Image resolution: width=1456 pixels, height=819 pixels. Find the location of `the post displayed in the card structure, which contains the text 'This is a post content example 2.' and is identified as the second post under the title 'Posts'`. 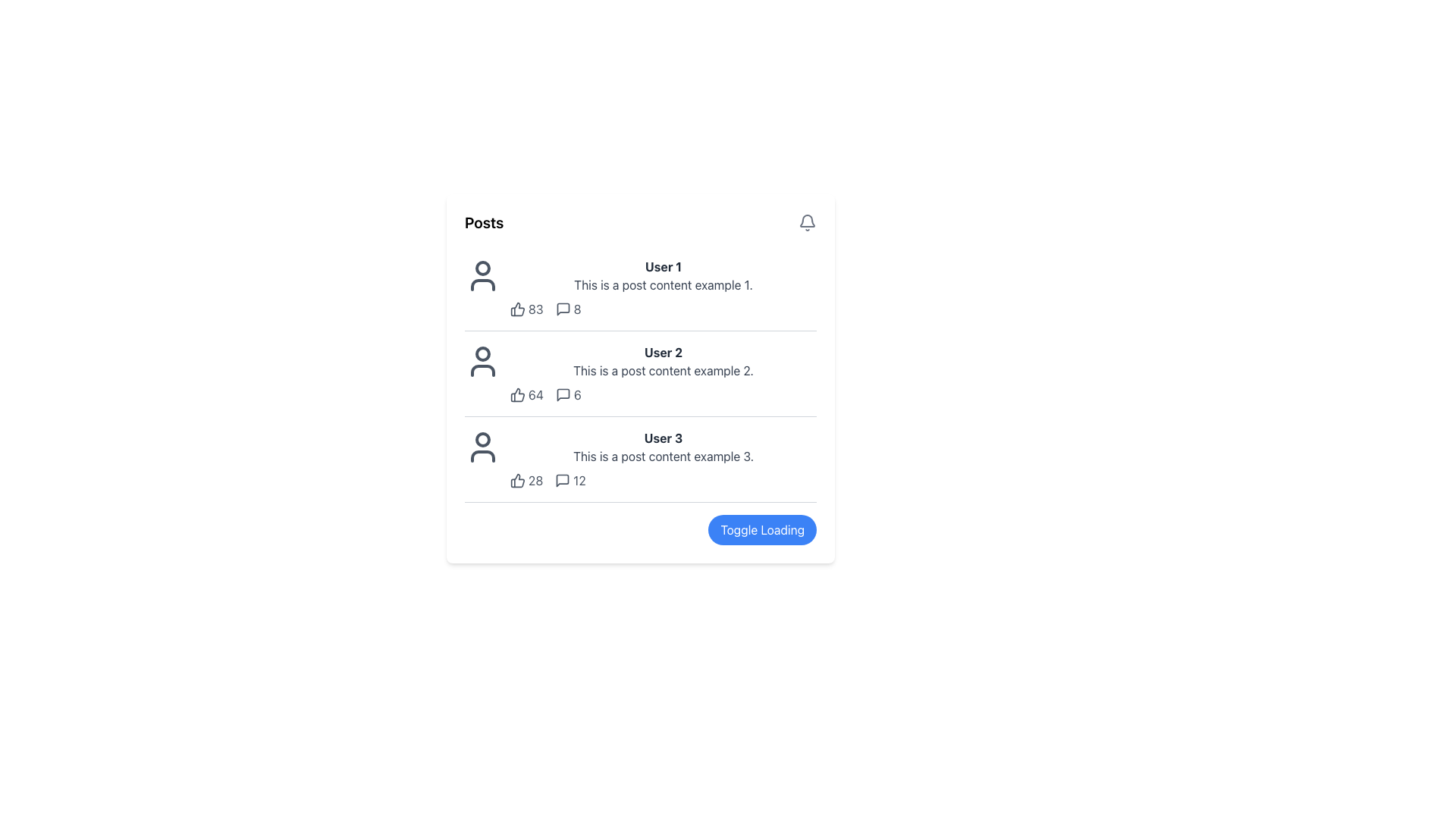

the post displayed in the card structure, which contains the text 'This is a post content example 2.' and is identified as the second post under the title 'Posts' is located at coordinates (640, 374).